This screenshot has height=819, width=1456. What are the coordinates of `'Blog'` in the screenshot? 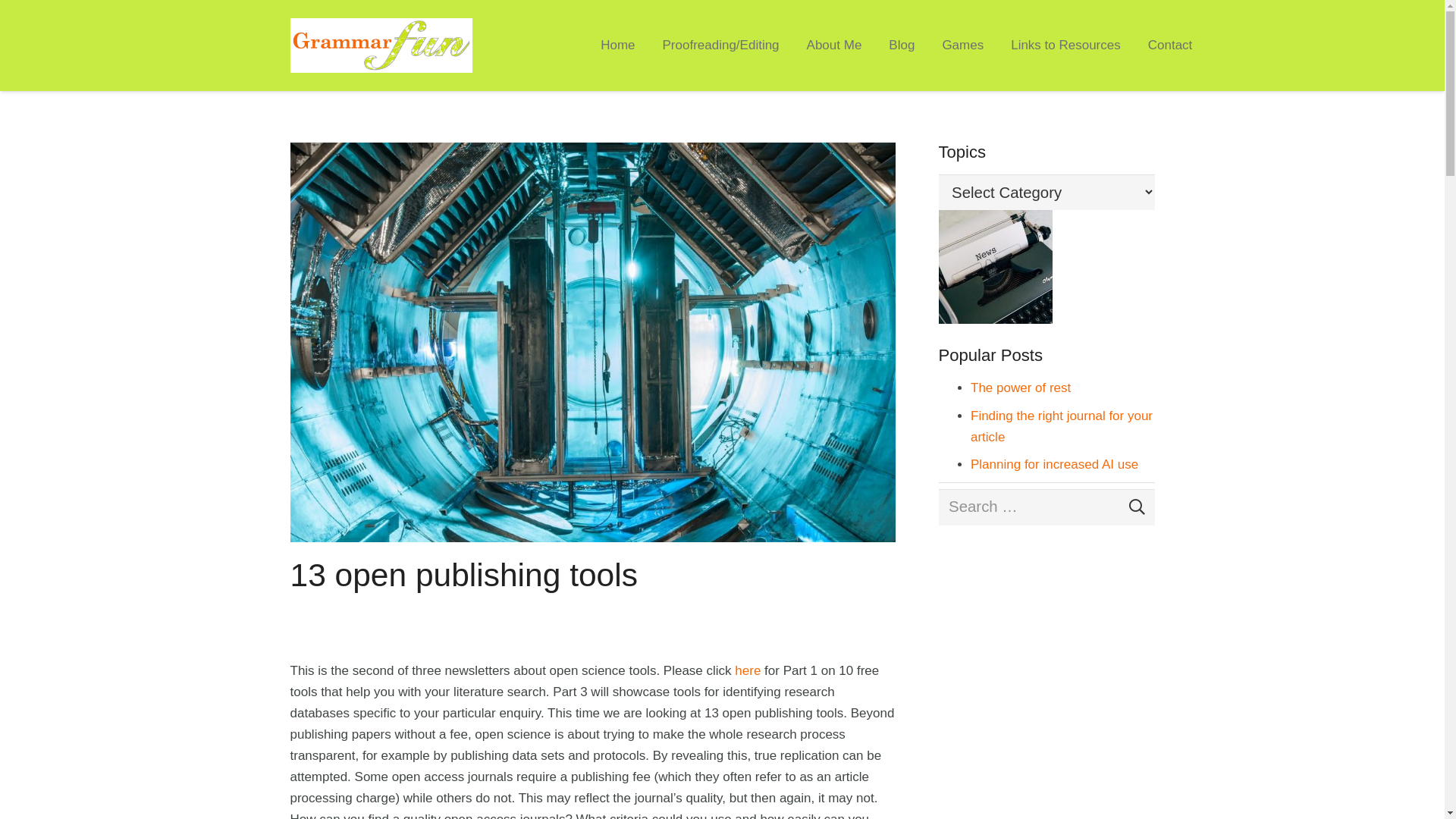 It's located at (902, 45).